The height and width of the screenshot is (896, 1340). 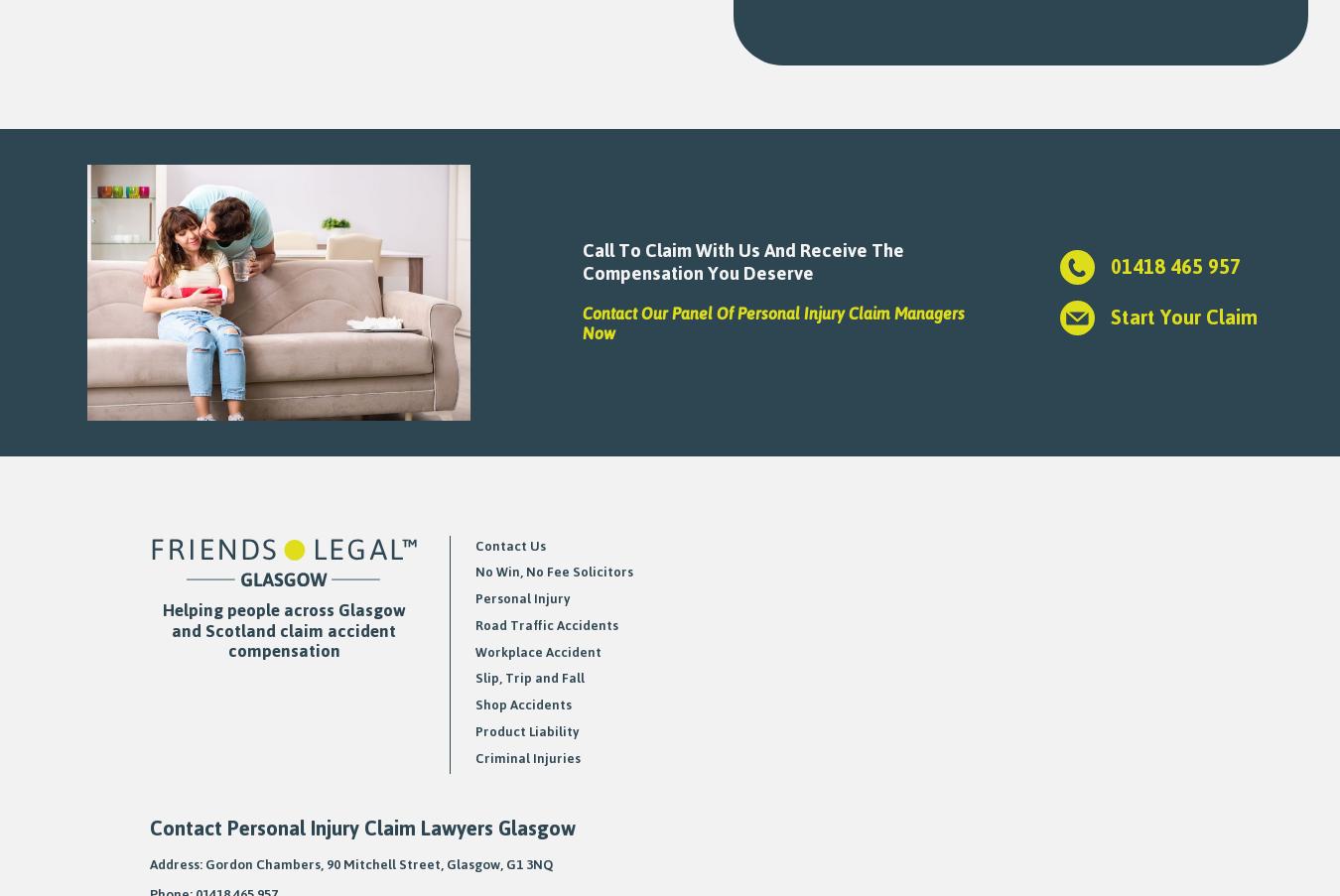 I want to click on 'Gordon Chambers, 90 Mitchell Street', so click(x=322, y=863).